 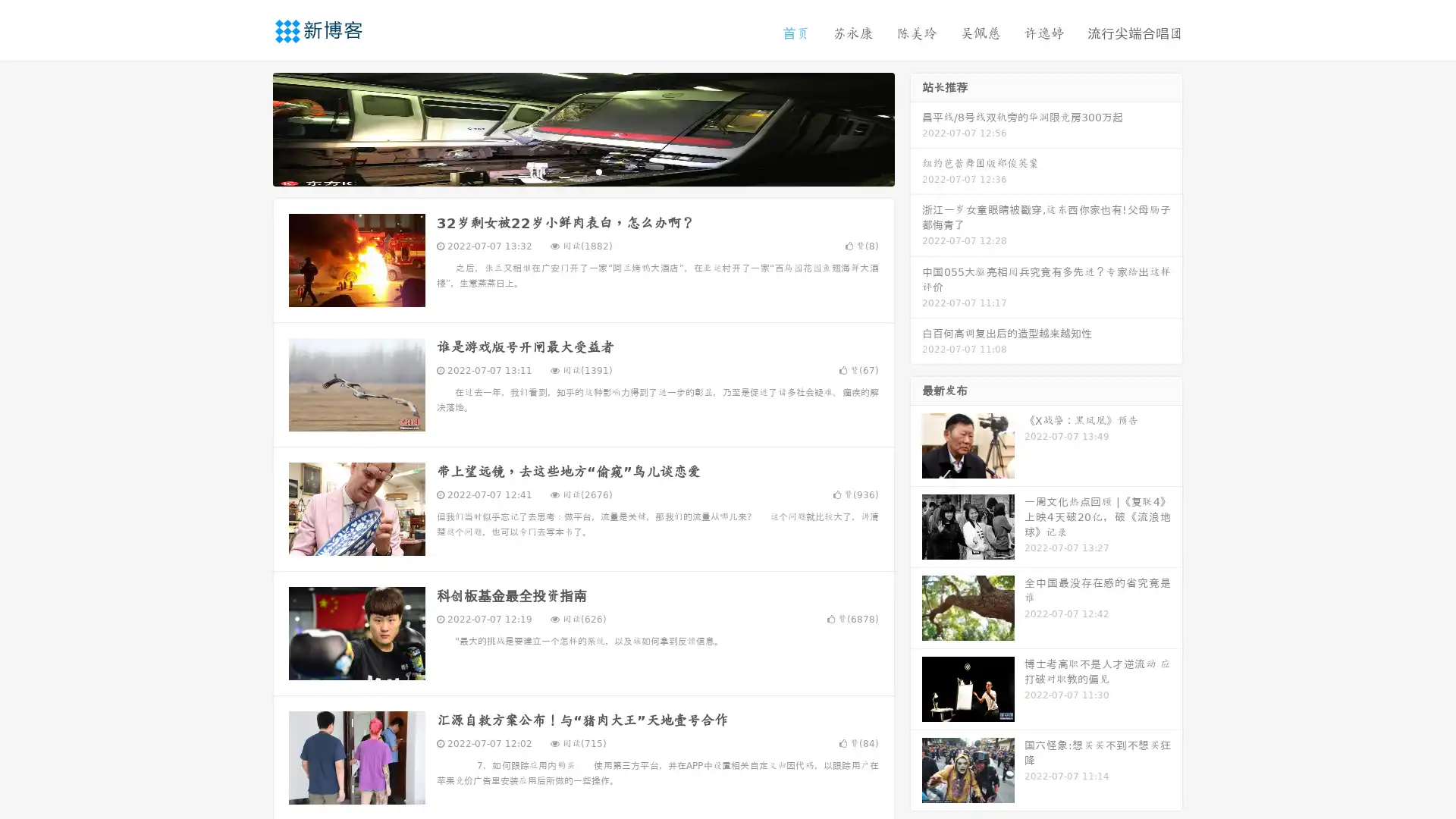 What do you see at coordinates (250, 127) in the screenshot?
I see `Previous slide` at bounding box center [250, 127].